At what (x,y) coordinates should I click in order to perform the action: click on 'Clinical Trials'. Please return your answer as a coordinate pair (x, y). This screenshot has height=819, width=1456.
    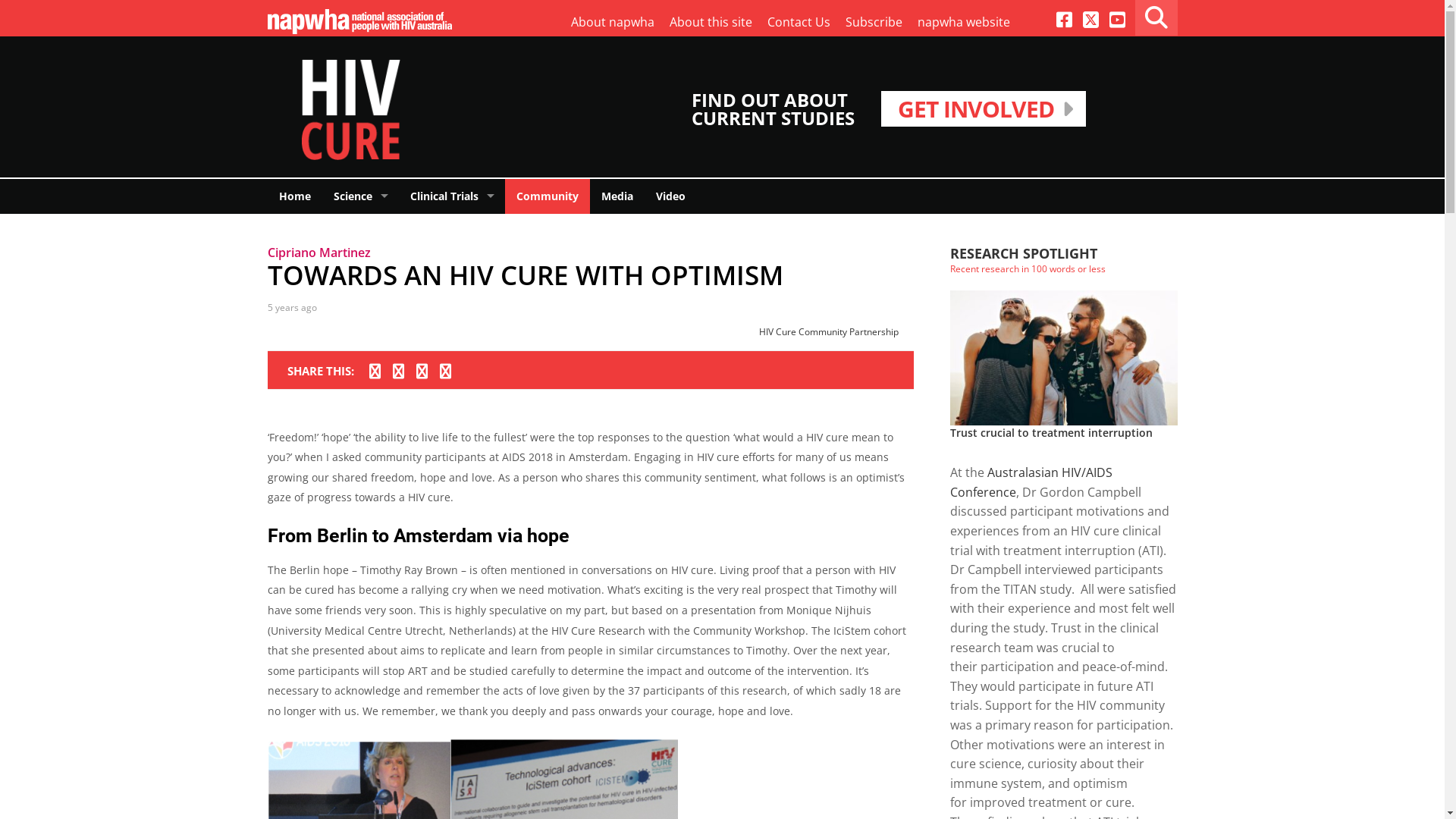
    Looking at the image, I should click on (399, 195).